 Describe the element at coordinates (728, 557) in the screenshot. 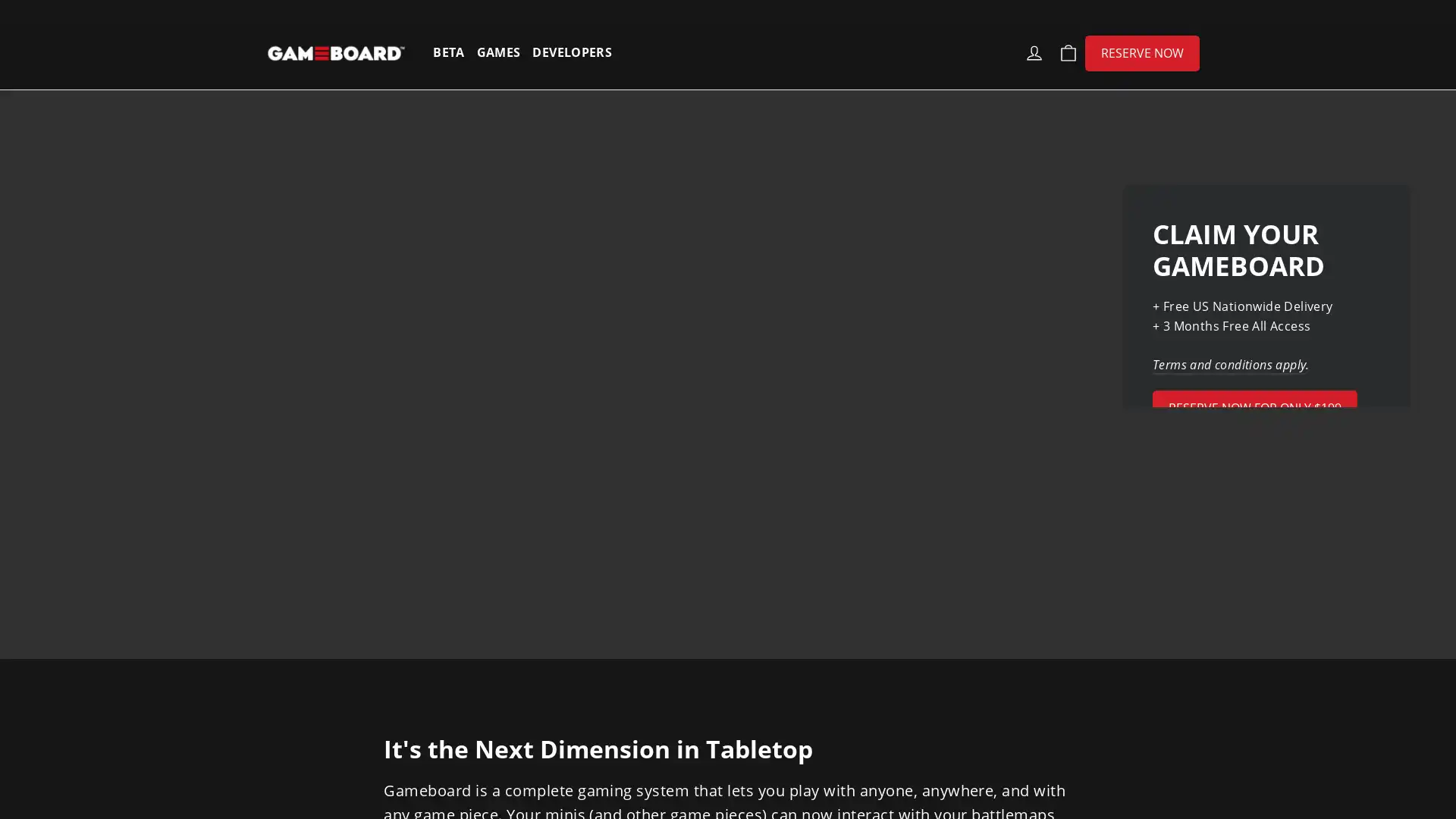

I see `SPIN TO WIN!` at that location.